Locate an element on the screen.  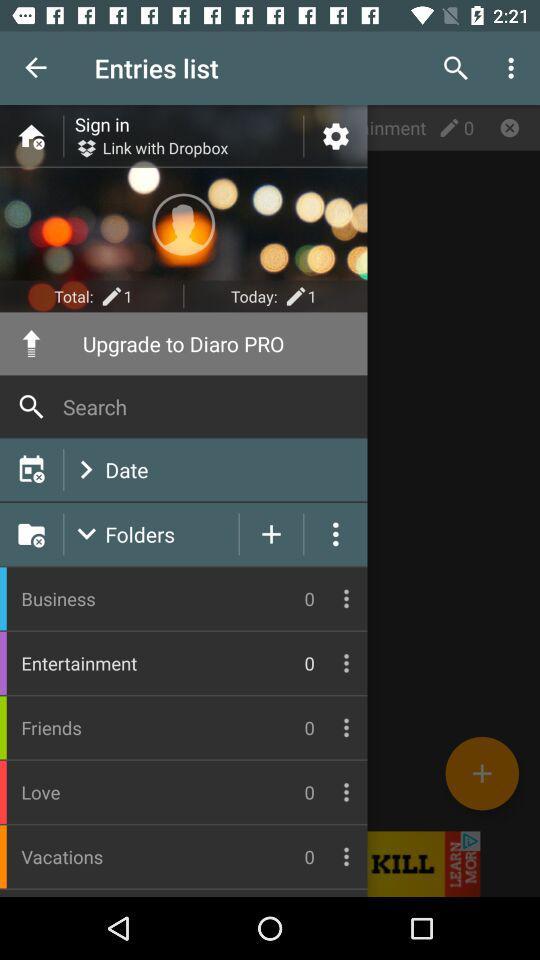
the add icon is located at coordinates (481, 772).